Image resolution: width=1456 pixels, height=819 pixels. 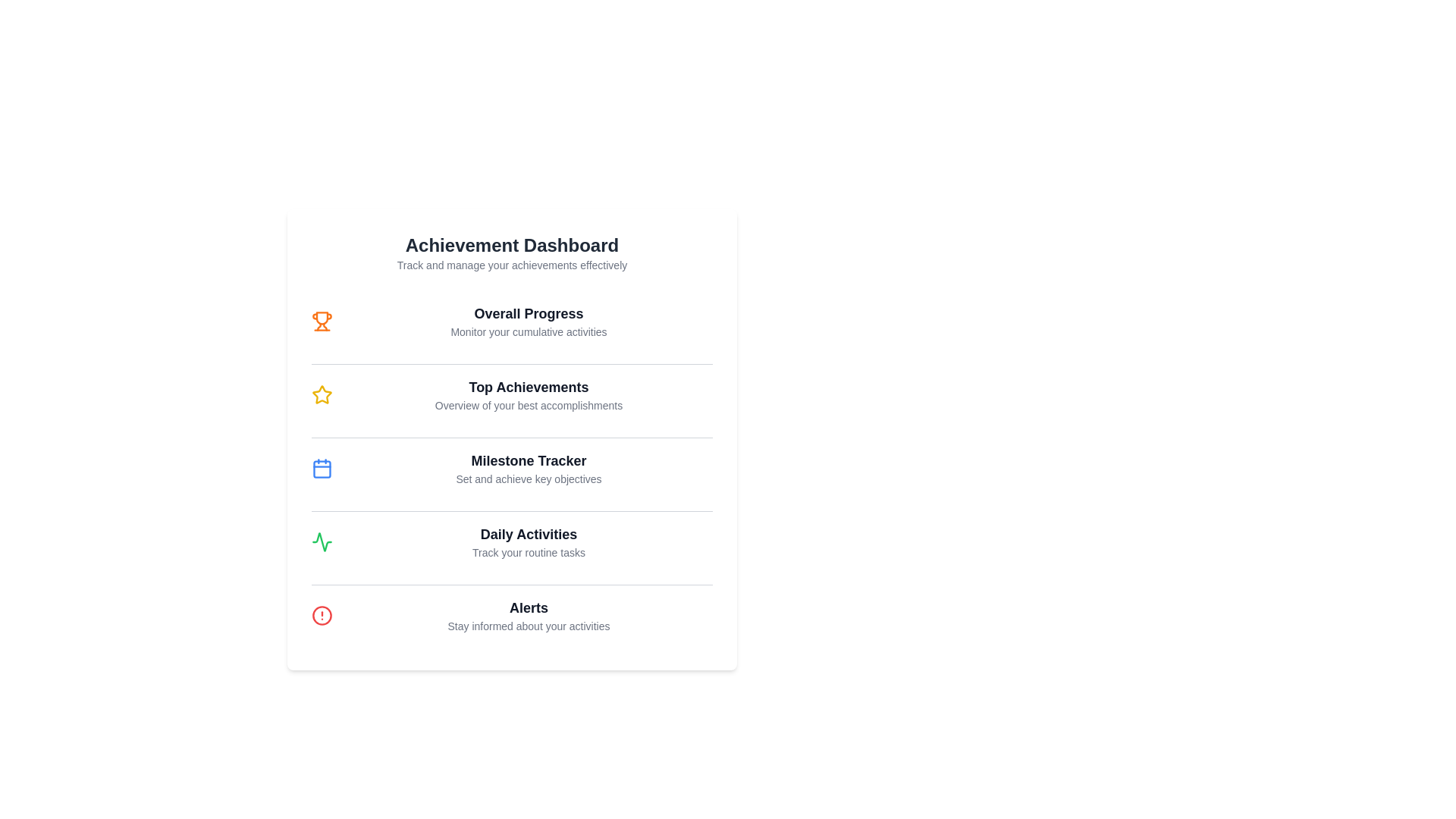 What do you see at coordinates (529, 616) in the screenshot?
I see `the text-based label and description pair that indicates 'Alerts' with a description below it, located in the lower part of the layout` at bounding box center [529, 616].